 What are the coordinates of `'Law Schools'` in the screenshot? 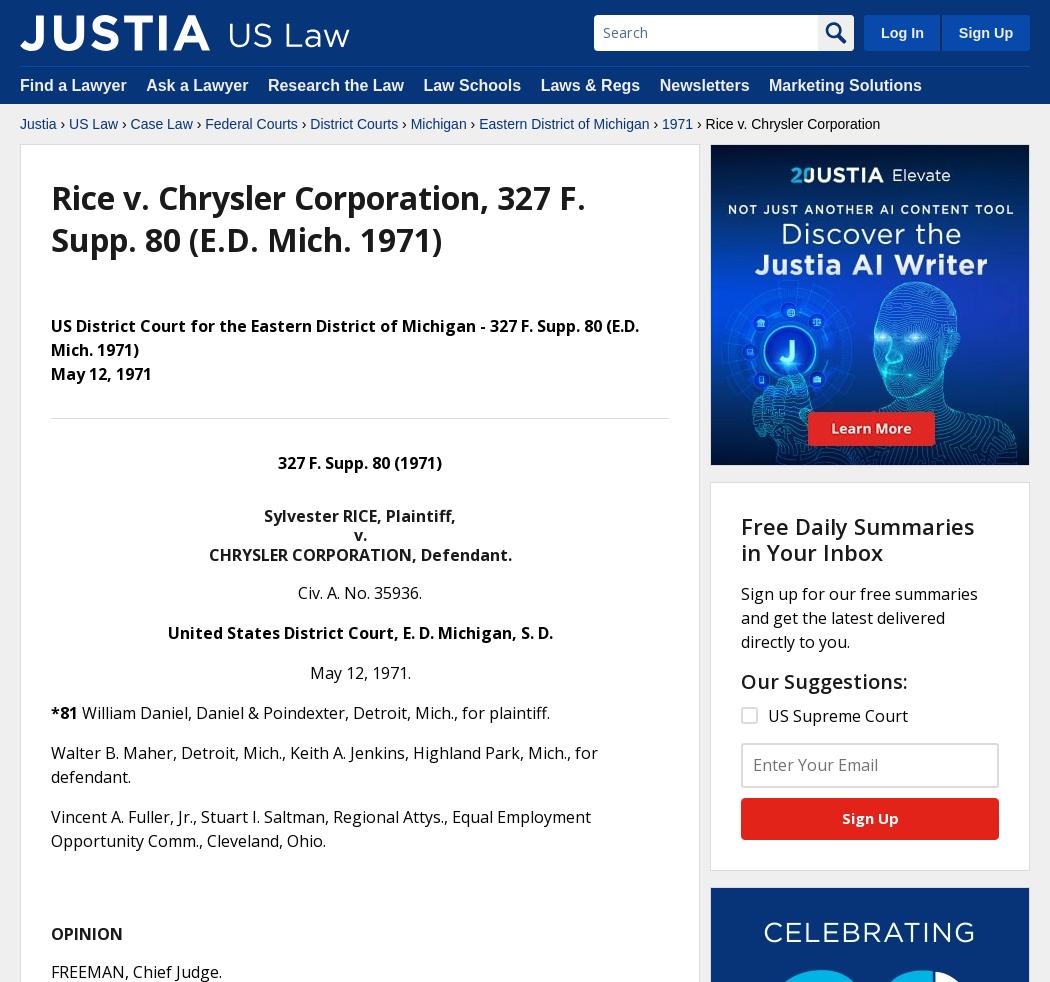 It's located at (422, 84).